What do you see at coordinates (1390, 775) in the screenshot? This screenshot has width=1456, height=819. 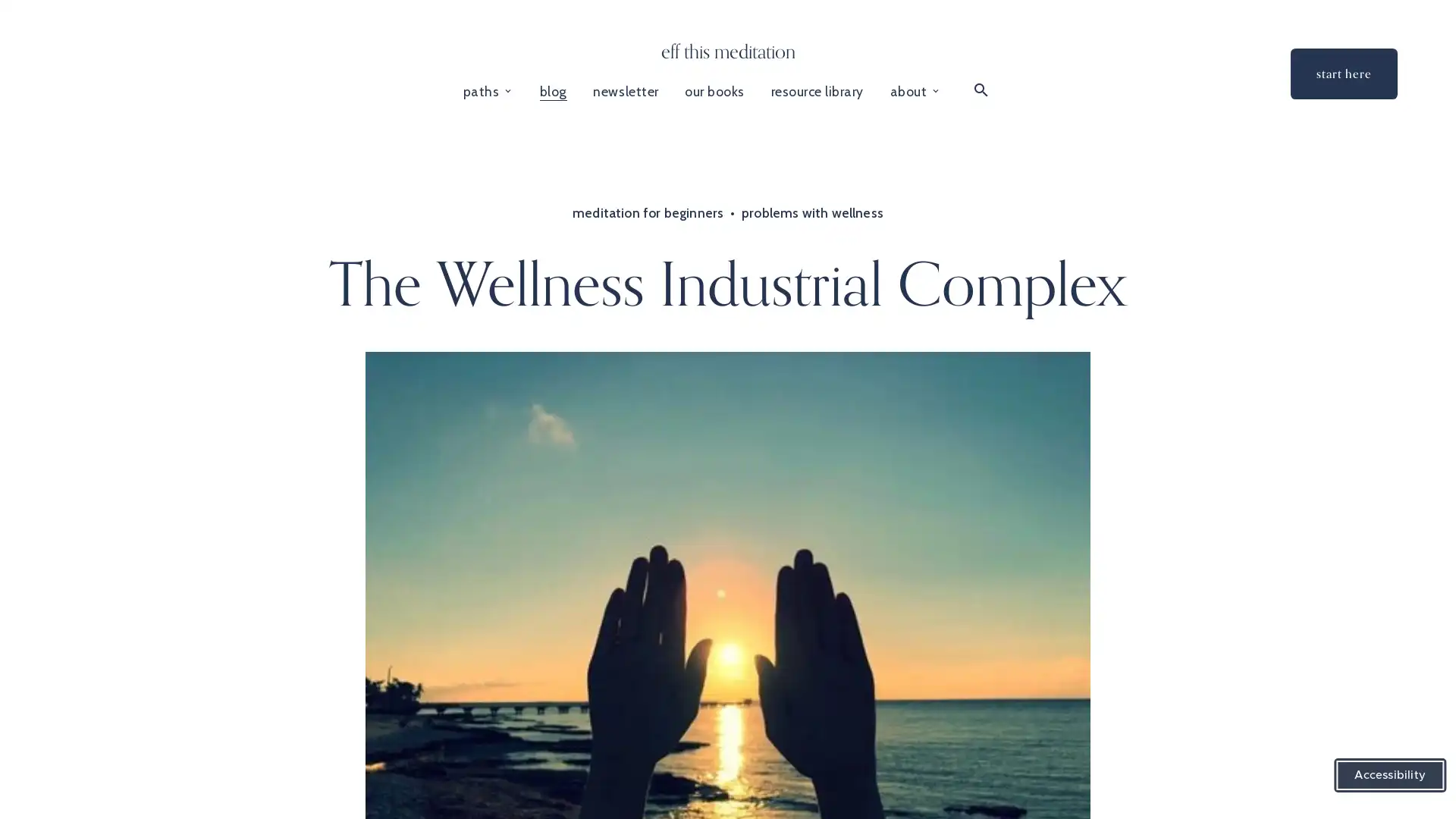 I see `Accessibility Menu` at bounding box center [1390, 775].